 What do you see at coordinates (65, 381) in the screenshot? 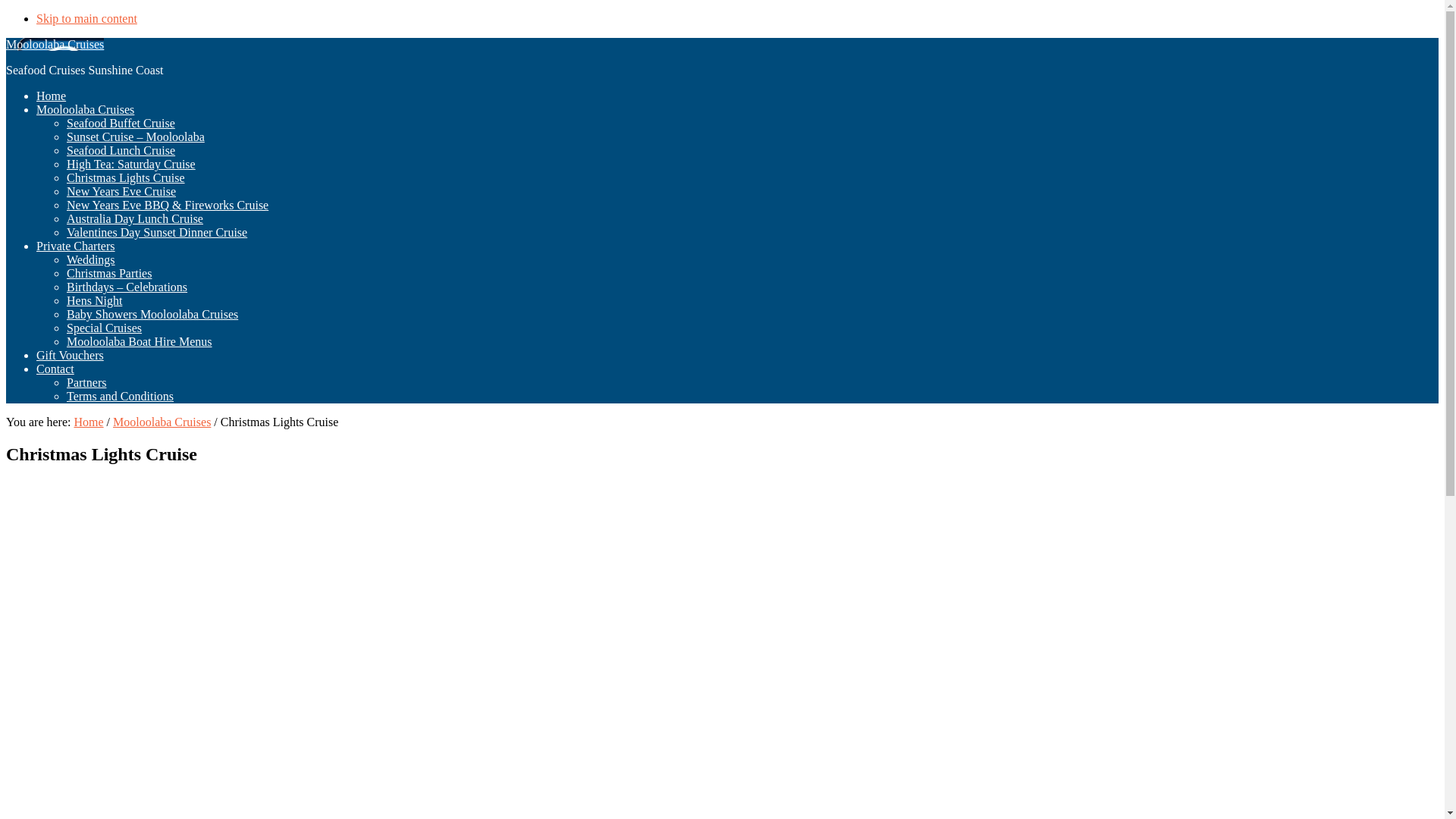
I see `'Partners'` at bounding box center [65, 381].